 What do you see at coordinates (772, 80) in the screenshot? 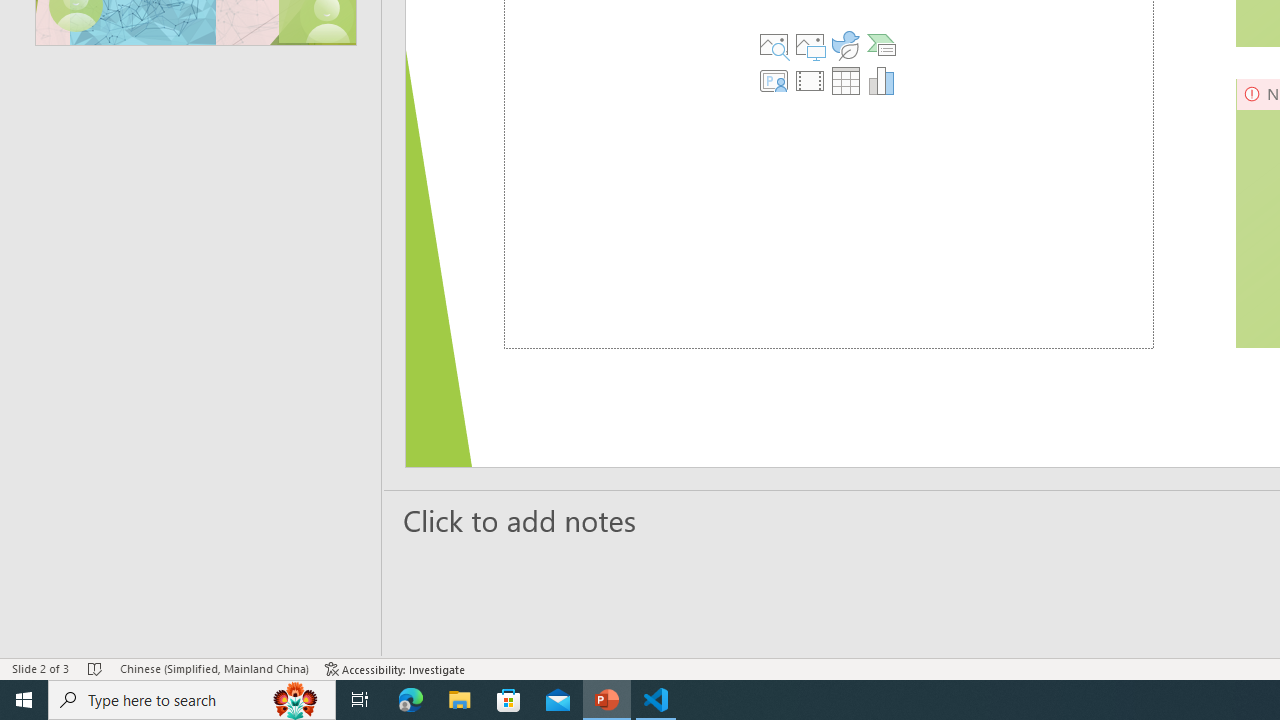
I see `'Insert Cameo'` at bounding box center [772, 80].